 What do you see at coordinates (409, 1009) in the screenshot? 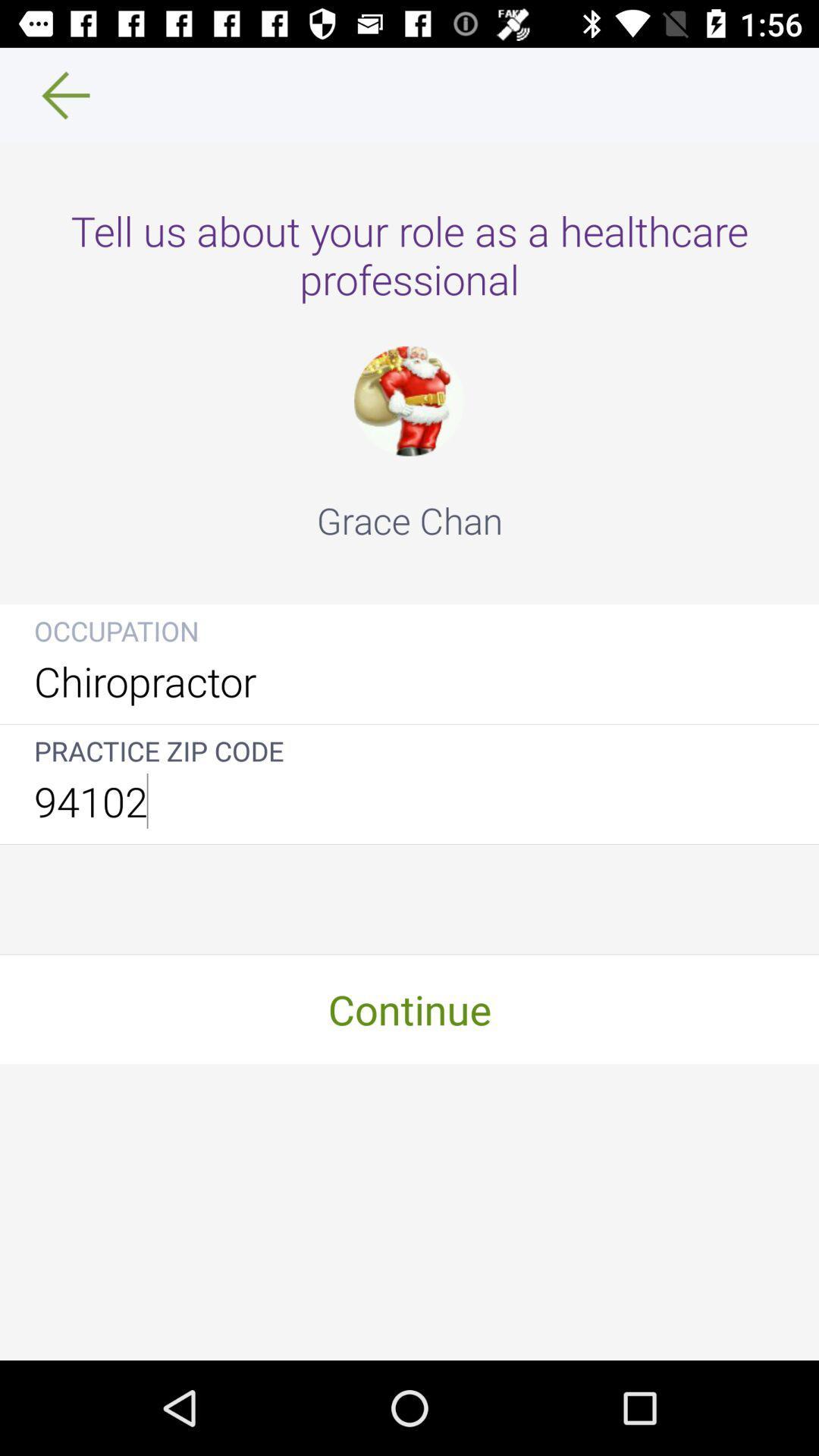
I see `icon below 94102` at bounding box center [409, 1009].